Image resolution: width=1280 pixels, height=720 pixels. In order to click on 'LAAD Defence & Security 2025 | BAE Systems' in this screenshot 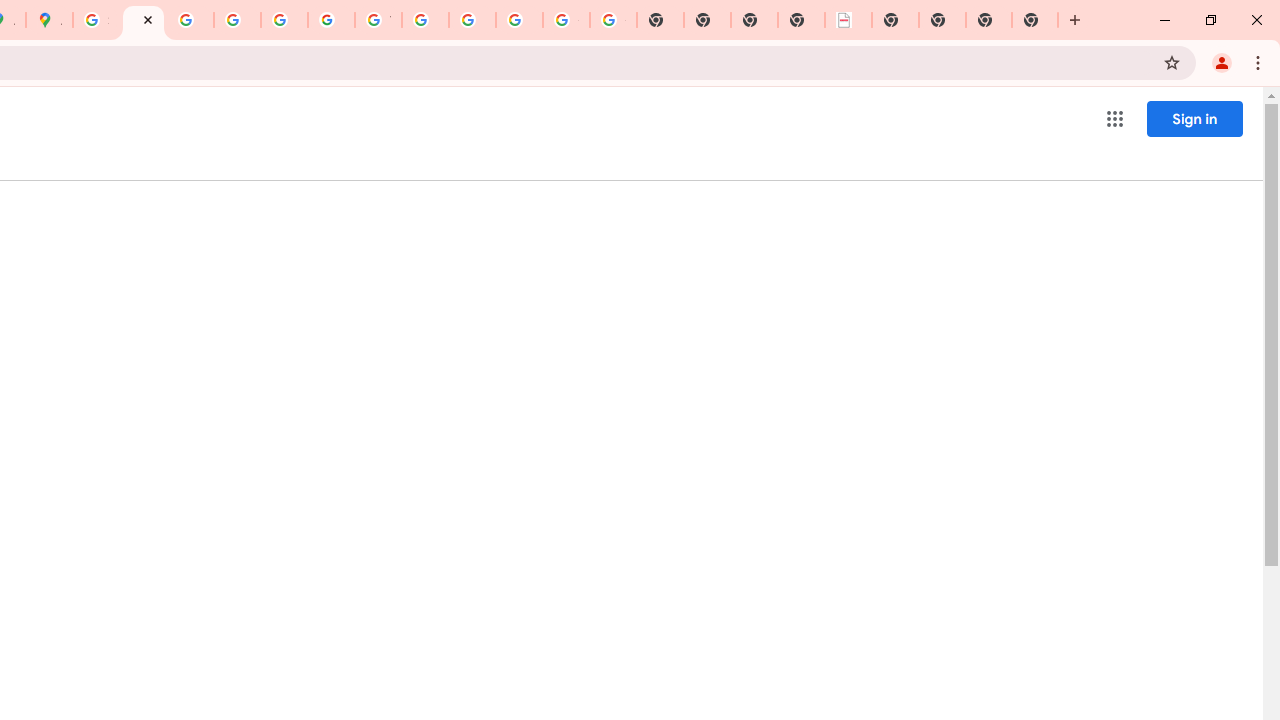, I will do `click(848, 20)`.